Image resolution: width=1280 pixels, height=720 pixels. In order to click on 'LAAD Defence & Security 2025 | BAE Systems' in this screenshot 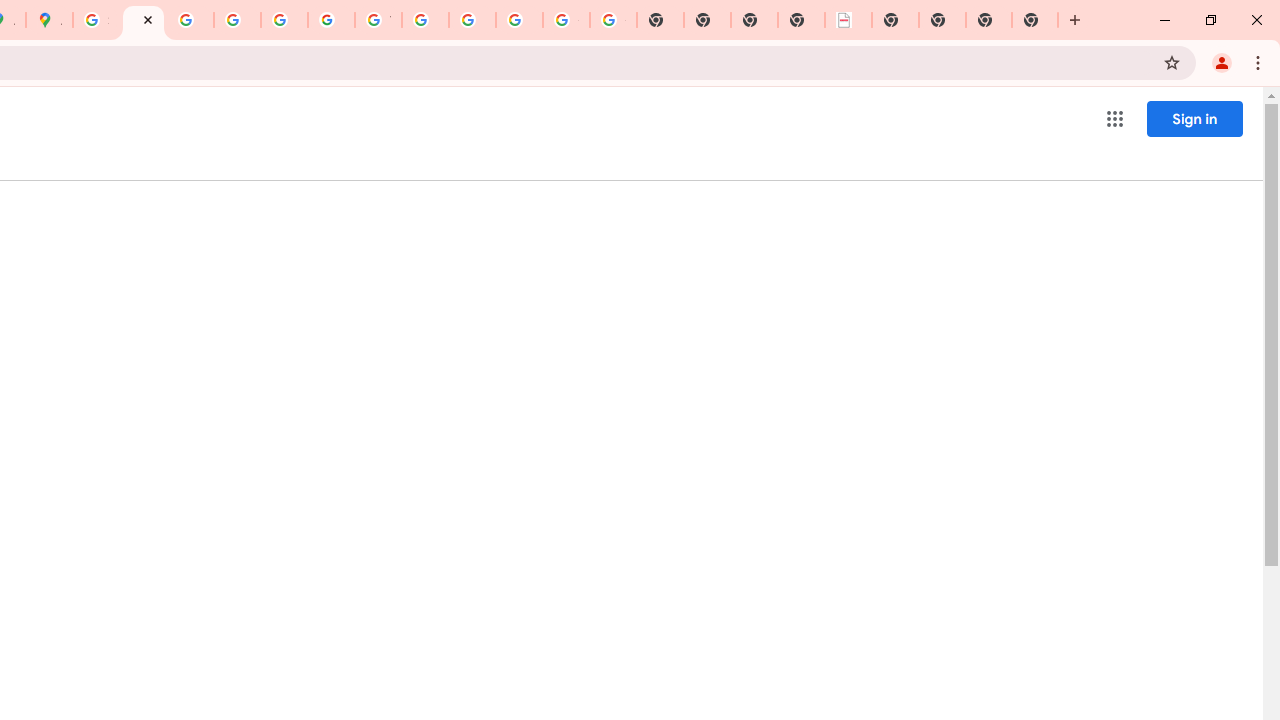, I will do `click(848, 20)`.